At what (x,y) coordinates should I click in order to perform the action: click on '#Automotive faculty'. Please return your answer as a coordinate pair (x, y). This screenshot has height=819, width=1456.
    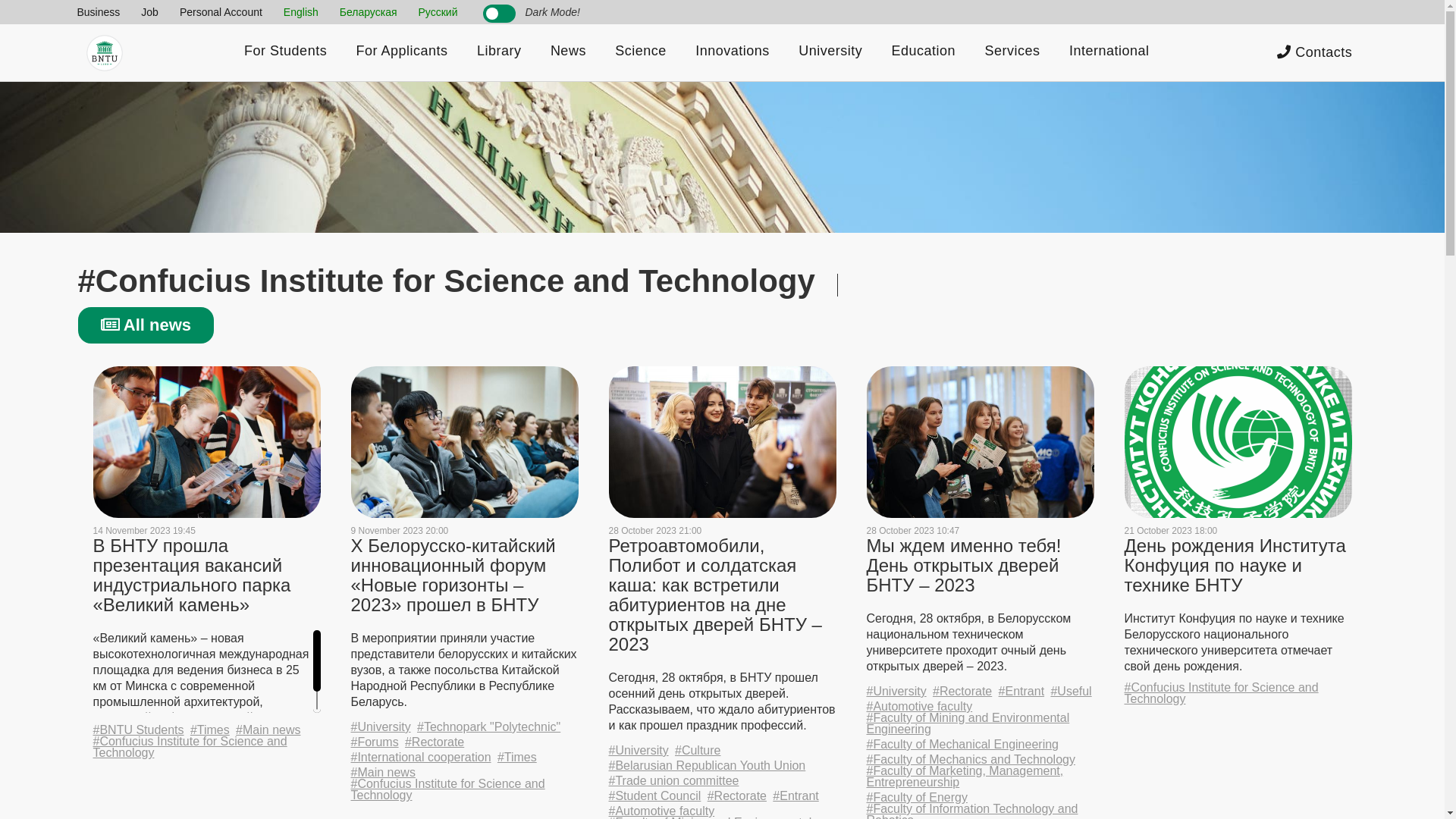
    Looking at the image, I should click on (661, 810).